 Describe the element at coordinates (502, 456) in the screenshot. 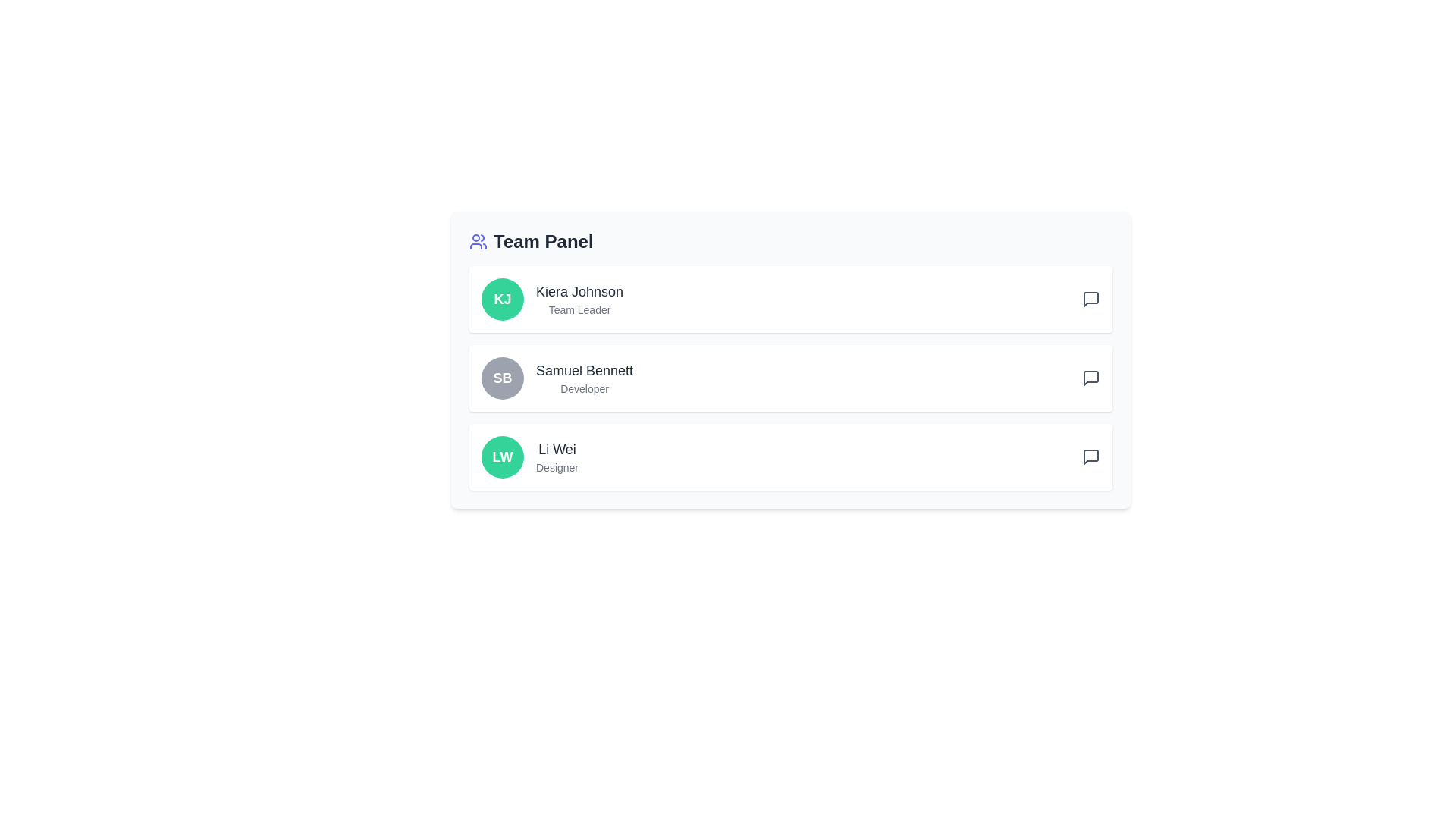

I see `the circular badge displaying the initials 'LW' with a green background, located in the profile card for 'Li Wei'` at that location.